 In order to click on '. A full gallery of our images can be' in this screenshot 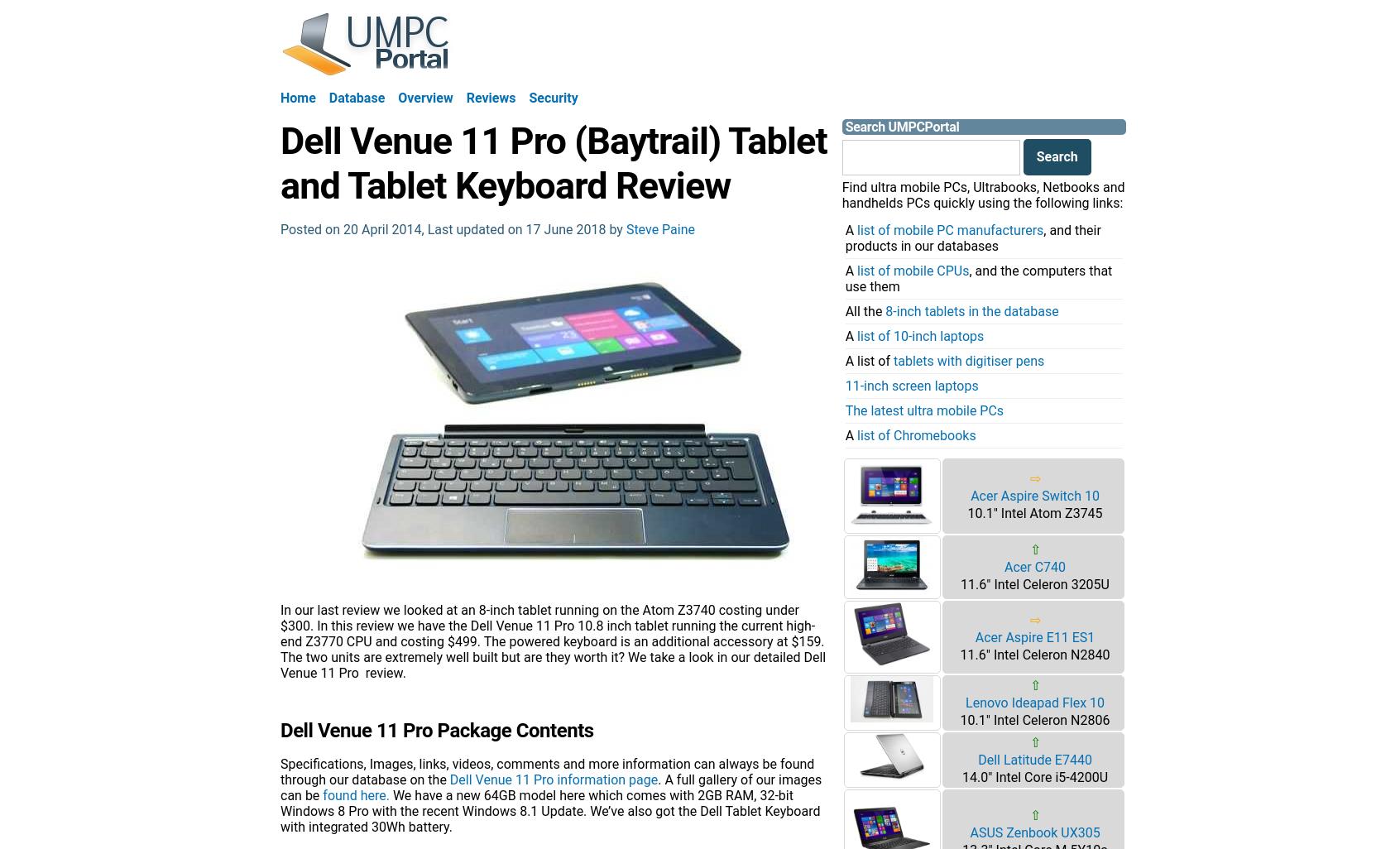, I will do `click(550, 786)`.